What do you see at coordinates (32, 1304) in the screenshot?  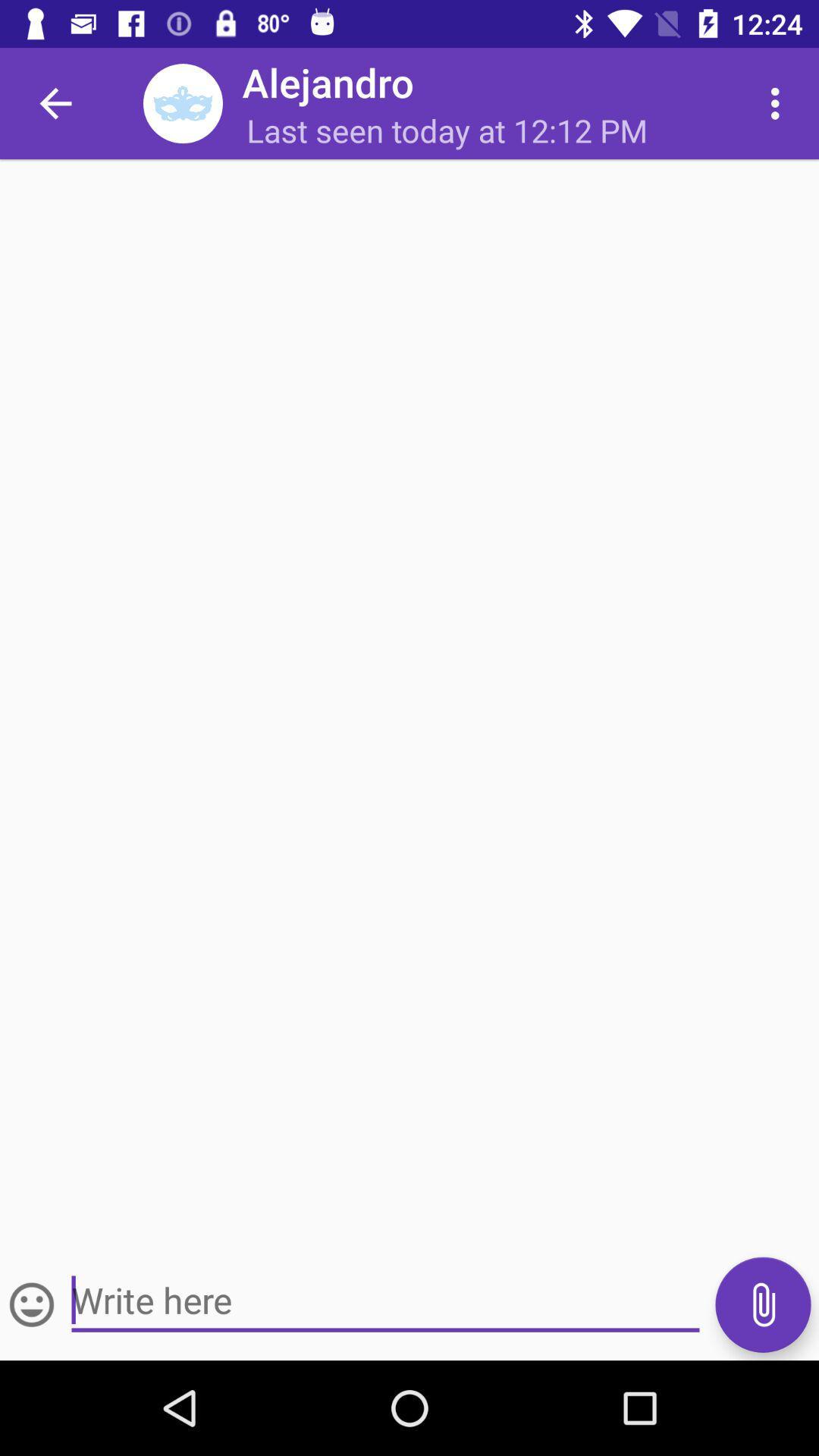 I see `the emoji icon` at bounding box center [32, 1304].